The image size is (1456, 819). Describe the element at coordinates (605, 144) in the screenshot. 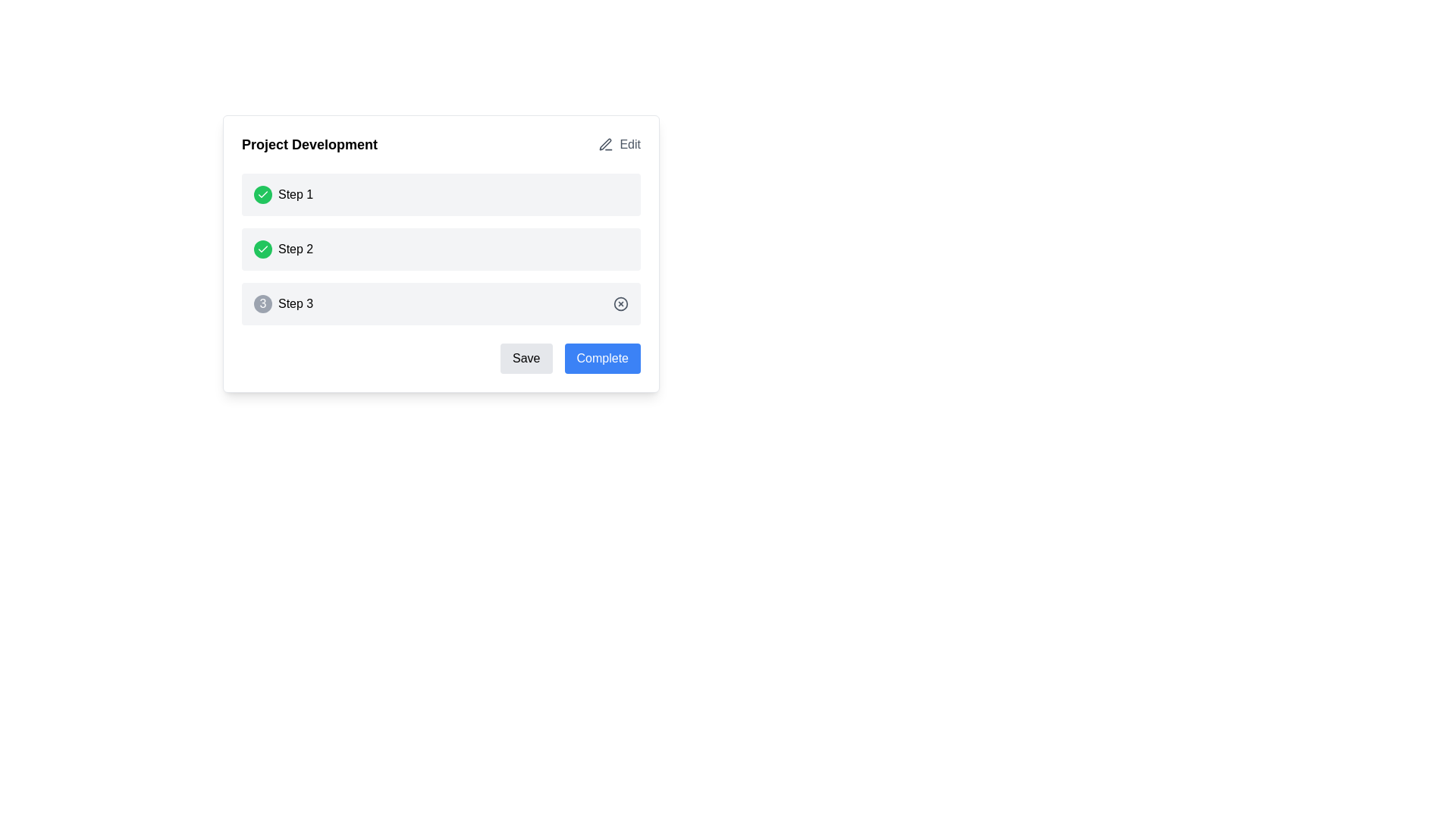

I see `the icon resembling a pen or edit tool located in the top right area of the 'Project Development' card, alongside the 'Edit' label` at that location.